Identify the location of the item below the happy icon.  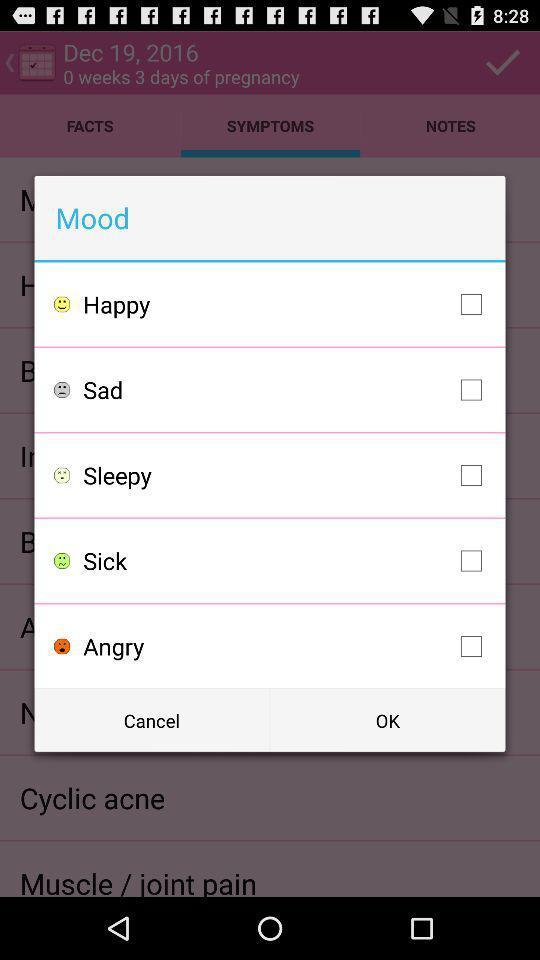
(286, 388).